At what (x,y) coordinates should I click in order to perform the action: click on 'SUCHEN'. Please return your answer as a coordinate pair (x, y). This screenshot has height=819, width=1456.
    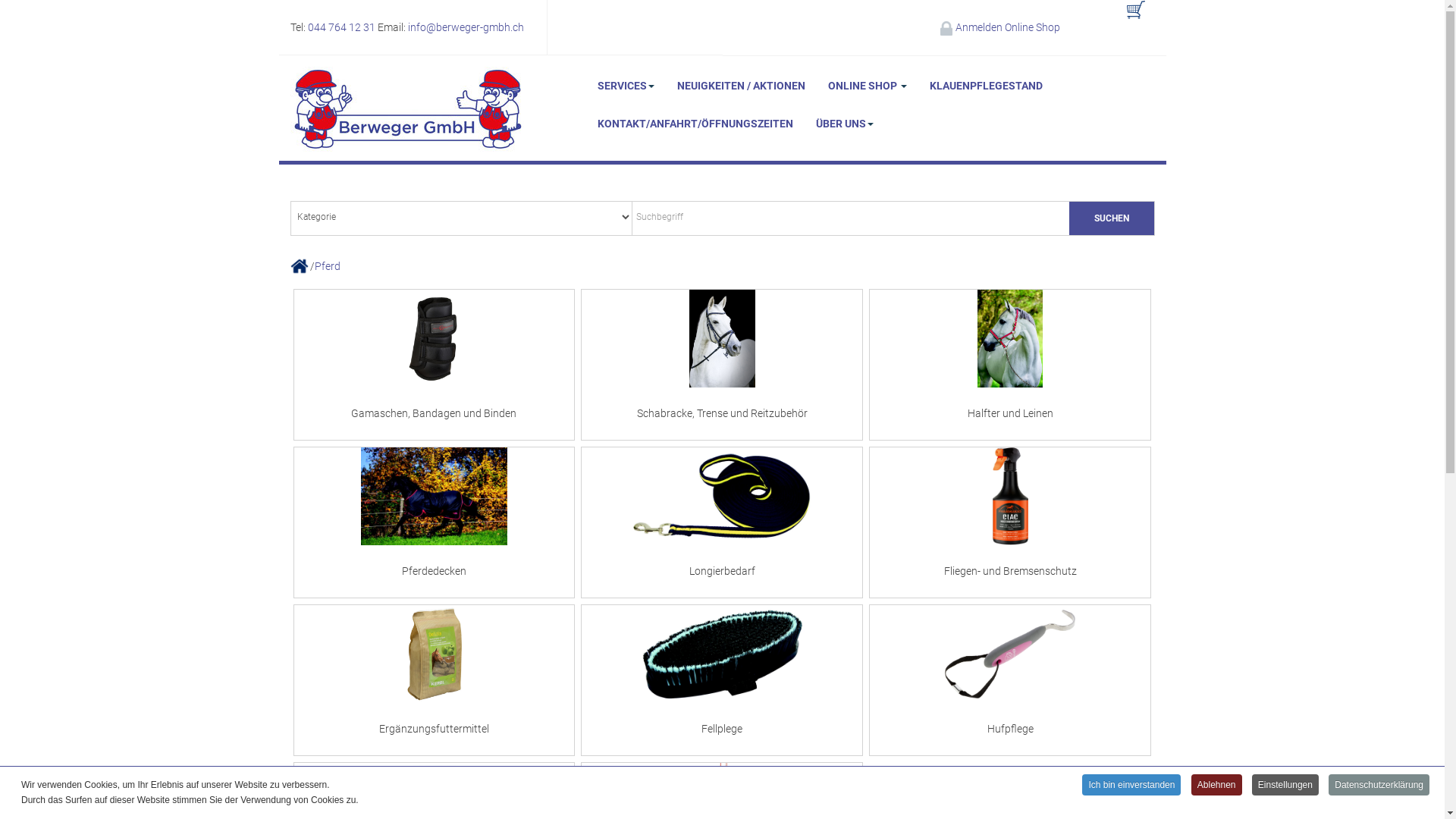
    Looking at the image, I should click on (1111, 218).